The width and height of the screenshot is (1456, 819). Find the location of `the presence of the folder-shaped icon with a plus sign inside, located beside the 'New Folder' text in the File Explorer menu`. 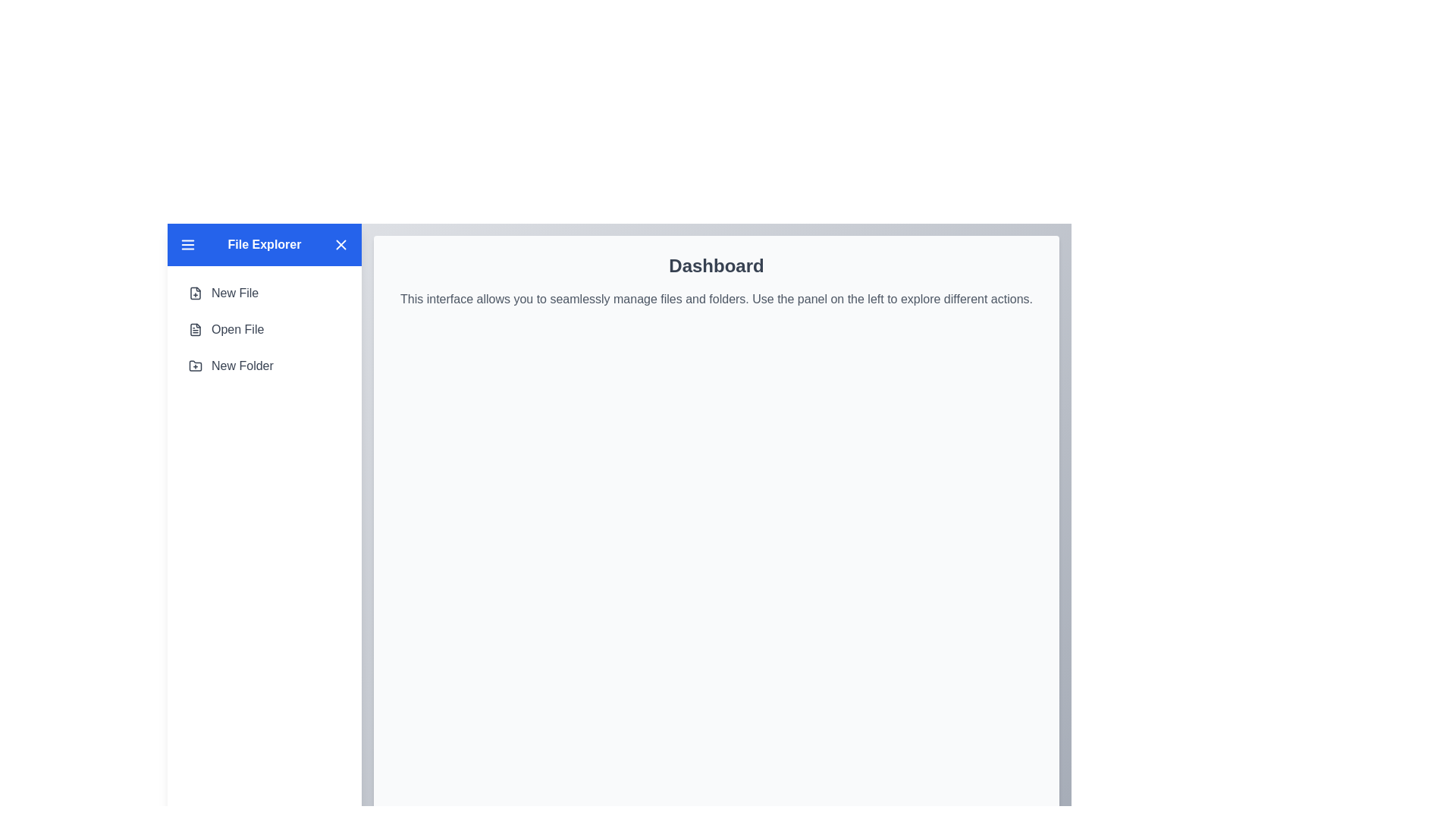

the presence of the folder-shaped icon with a plus sign inside, located beside the 'New Folder' text in the File Explorer menu is located at coordinates (195, 366).